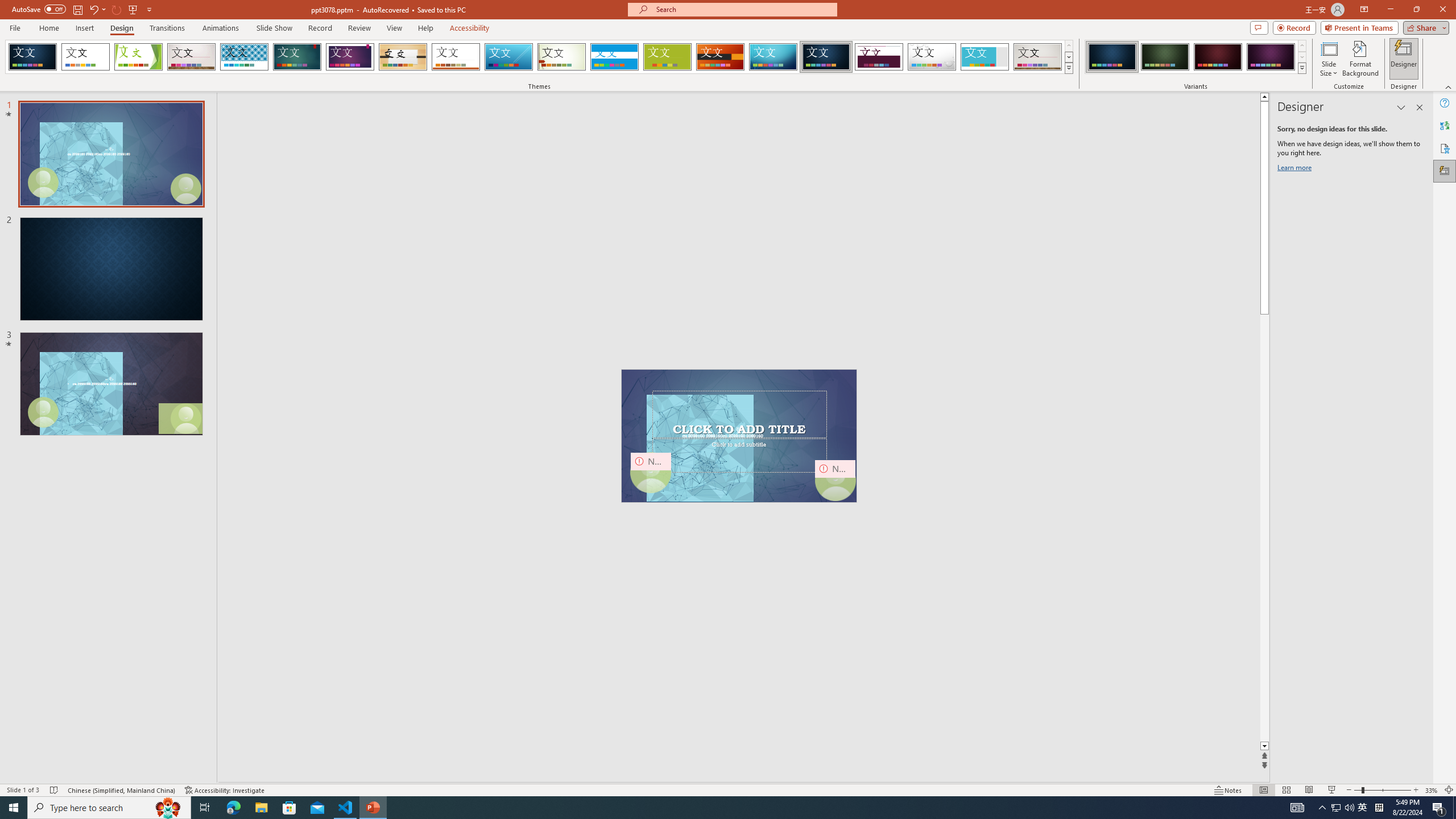  I want to click on 'Banded', so click(614, 56).